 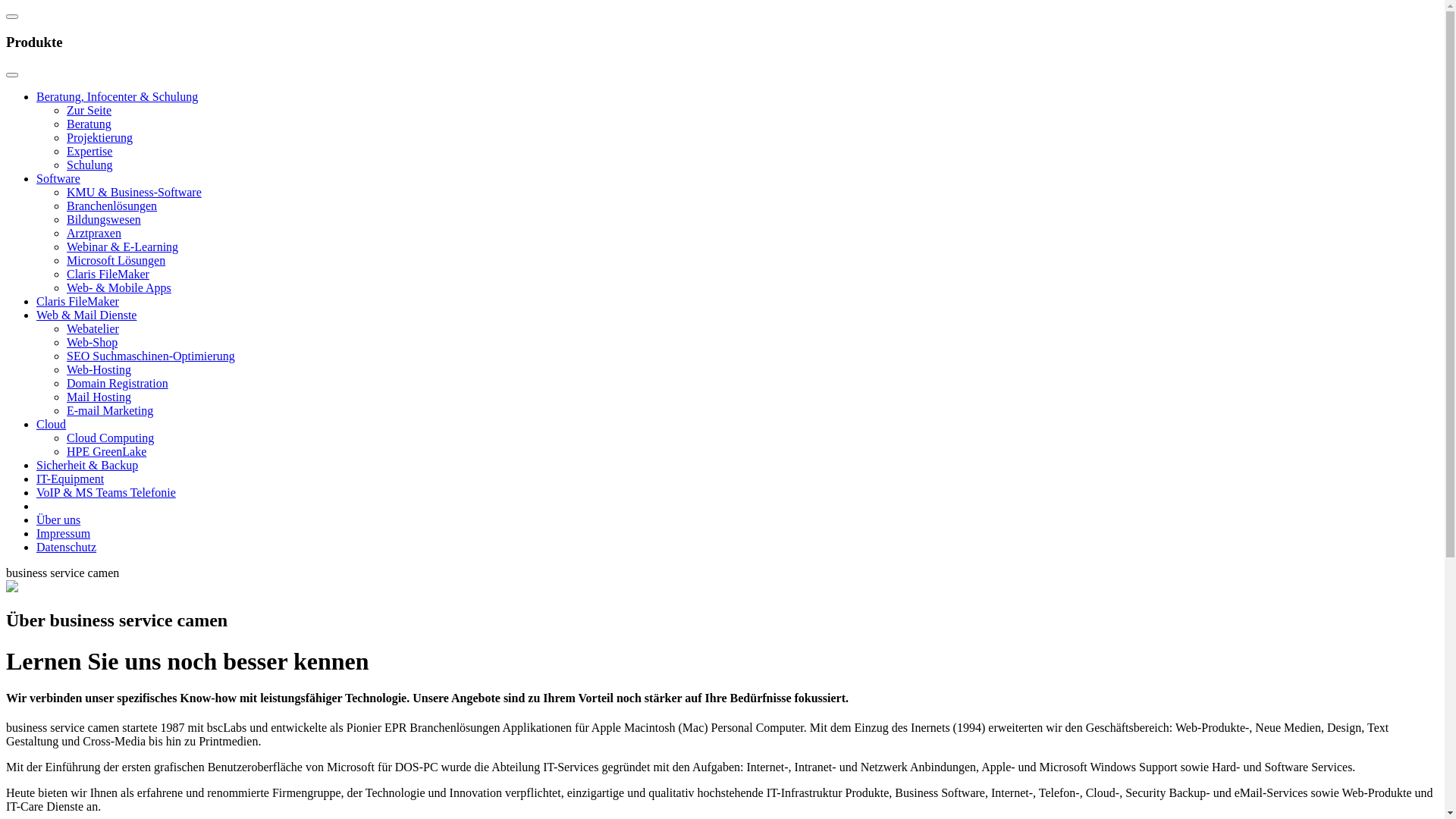 I want to click on 'Claris FileMaker', so click(x=107, y=274).